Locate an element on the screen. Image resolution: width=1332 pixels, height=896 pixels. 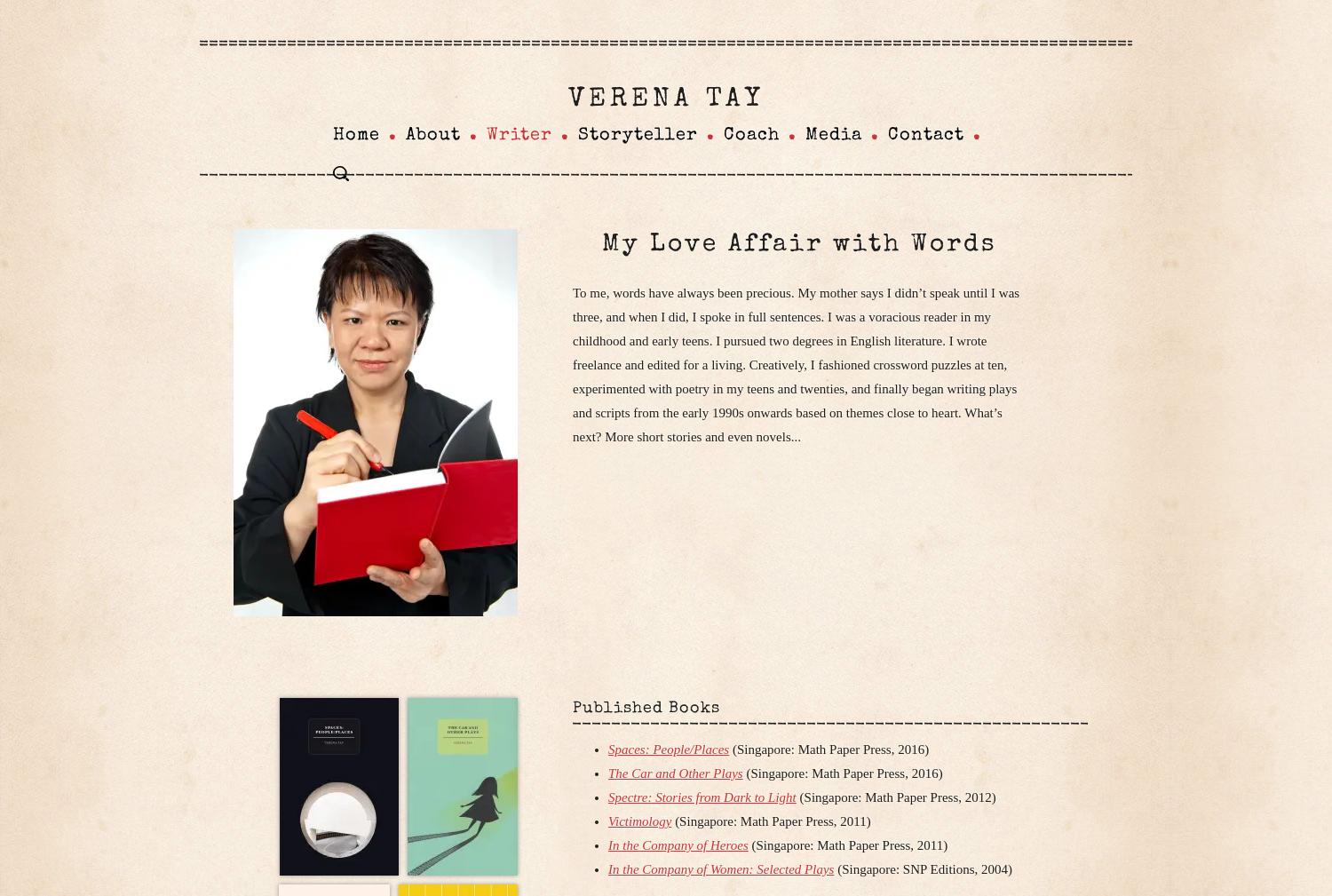
'The Car and Other Plays' is located at coordinates (675, 773).